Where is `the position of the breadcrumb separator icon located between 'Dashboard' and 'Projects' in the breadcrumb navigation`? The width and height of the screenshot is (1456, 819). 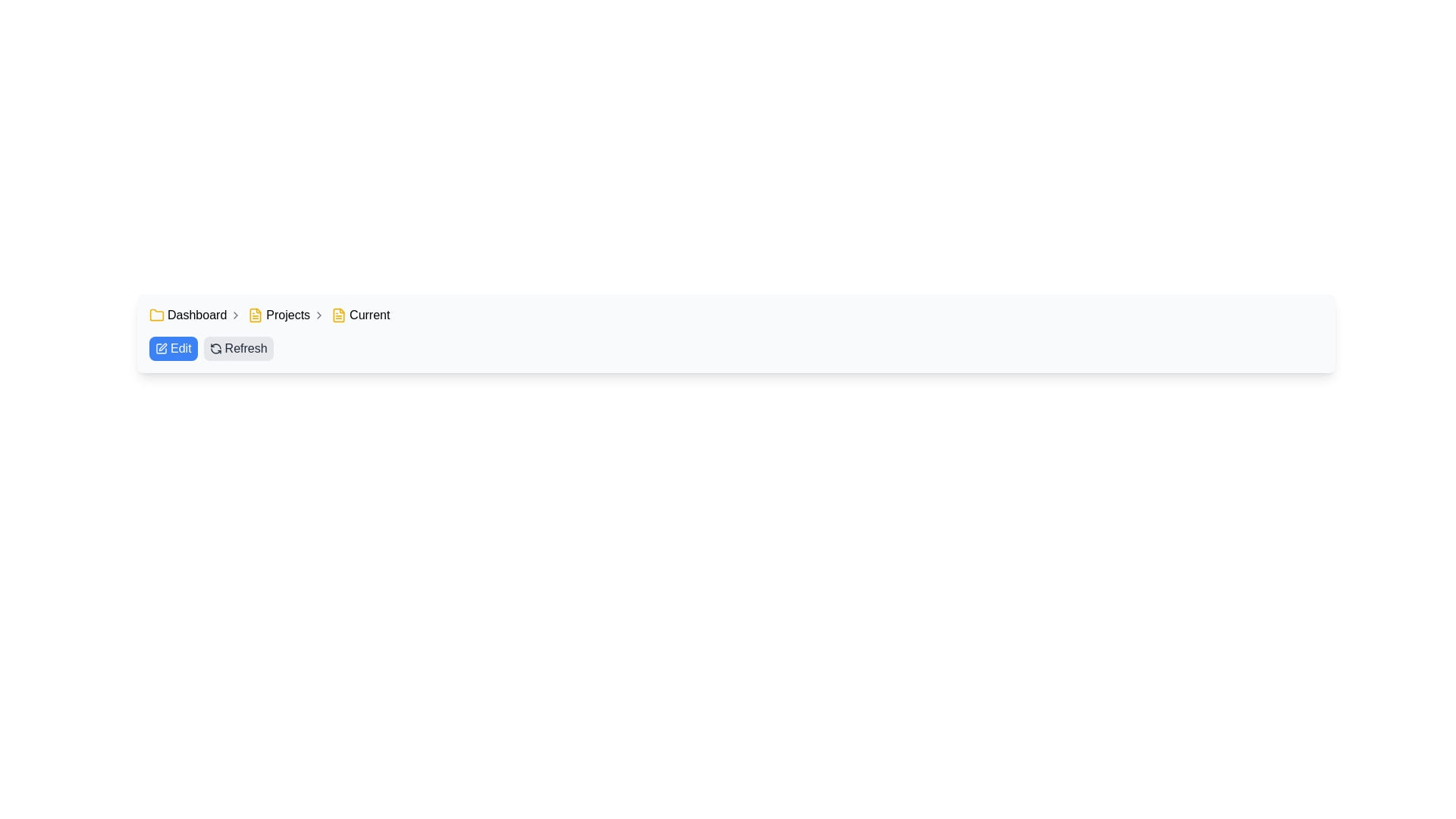 the position of the breadcrumb separator icon located between 'Dashboard' and 'Projects' in the breadcrumb navigation is located at coordinates (235, 315).